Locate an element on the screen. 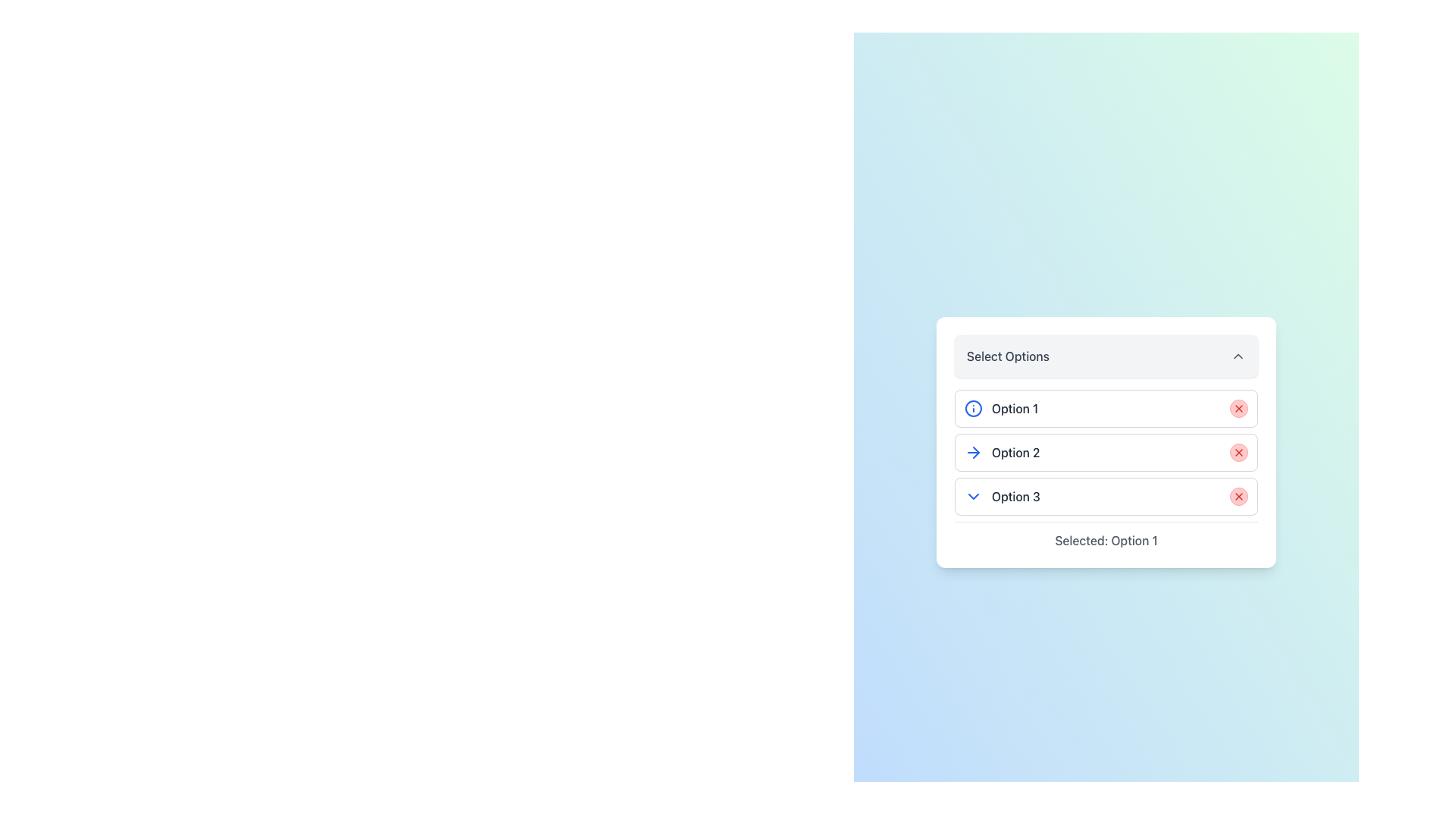 The image size is (1456, 819). the circular red button with a white 'X' icon located in the top-right corner of the list item labeled 'Option 2' to observe visual feedback is located at coordinates (1238, 451).